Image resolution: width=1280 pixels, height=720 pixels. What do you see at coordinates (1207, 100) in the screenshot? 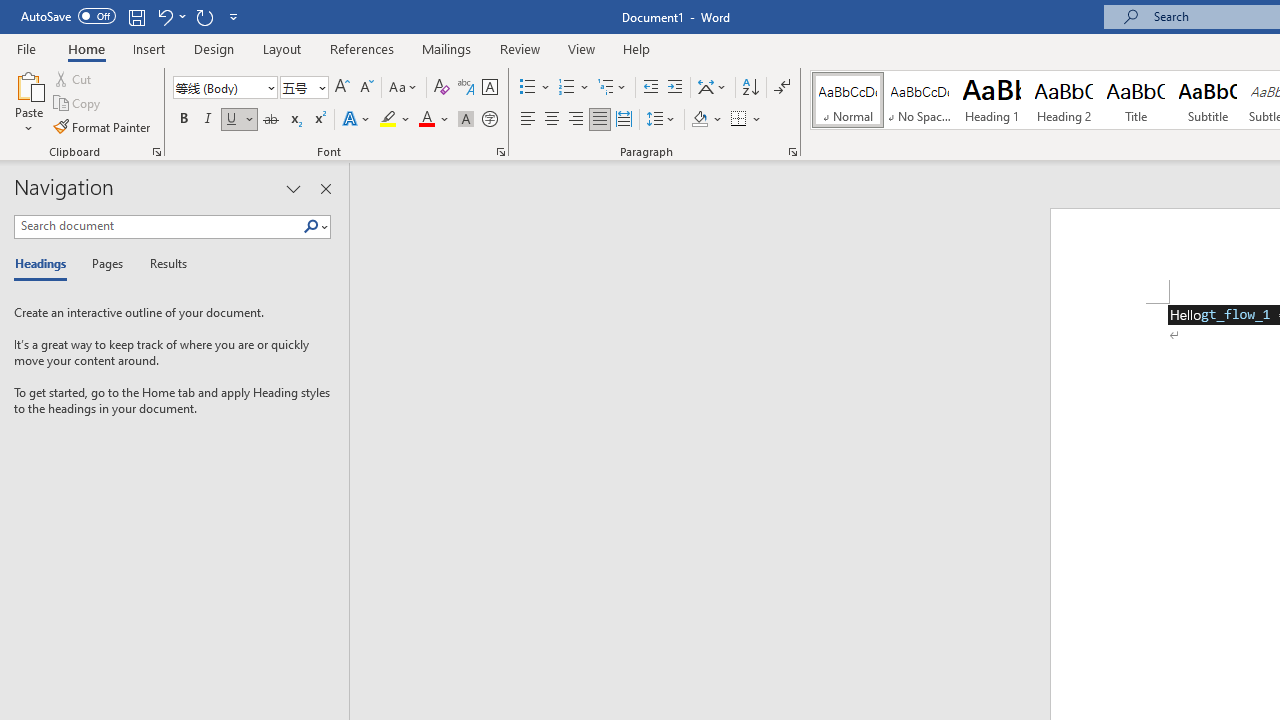
I see `'Subtitle'` at bounding box center [1207, 100].